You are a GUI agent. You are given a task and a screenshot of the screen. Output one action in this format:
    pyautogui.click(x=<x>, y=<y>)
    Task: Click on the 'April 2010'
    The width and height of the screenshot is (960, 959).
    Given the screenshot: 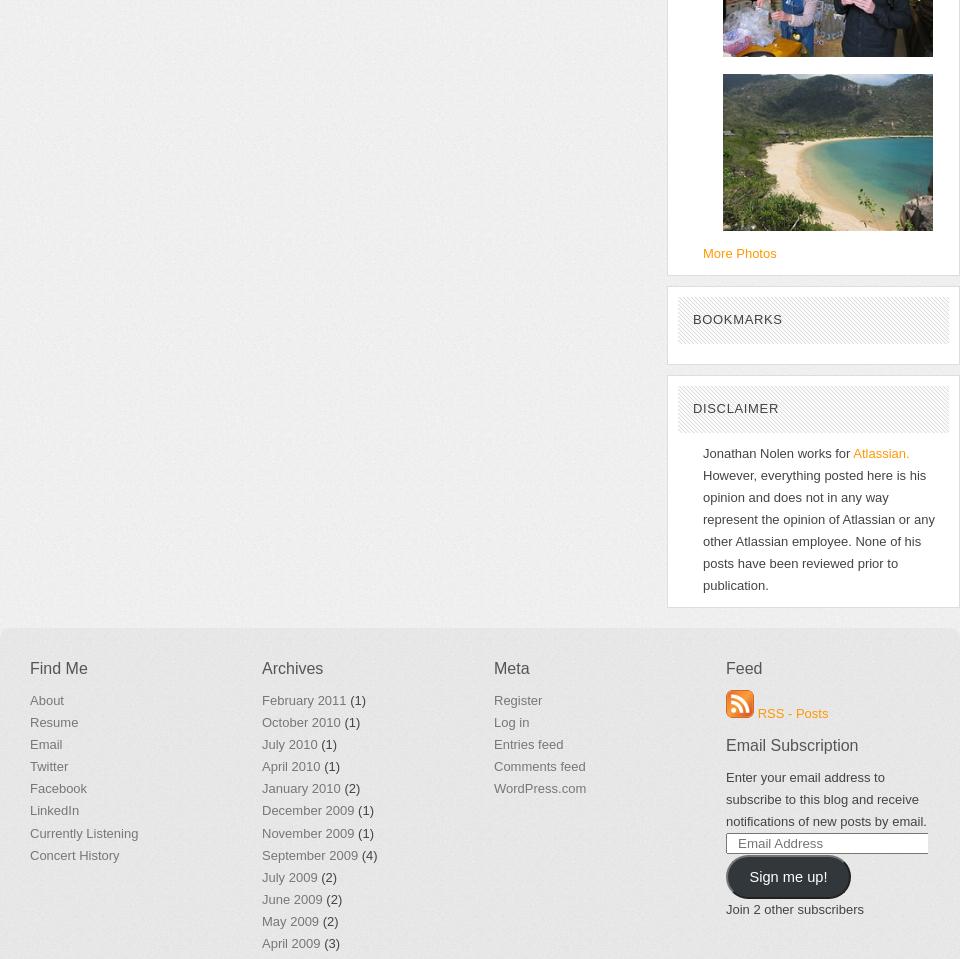 What is the action you would take?
    pyautogui.click(x=289, y=766)
    